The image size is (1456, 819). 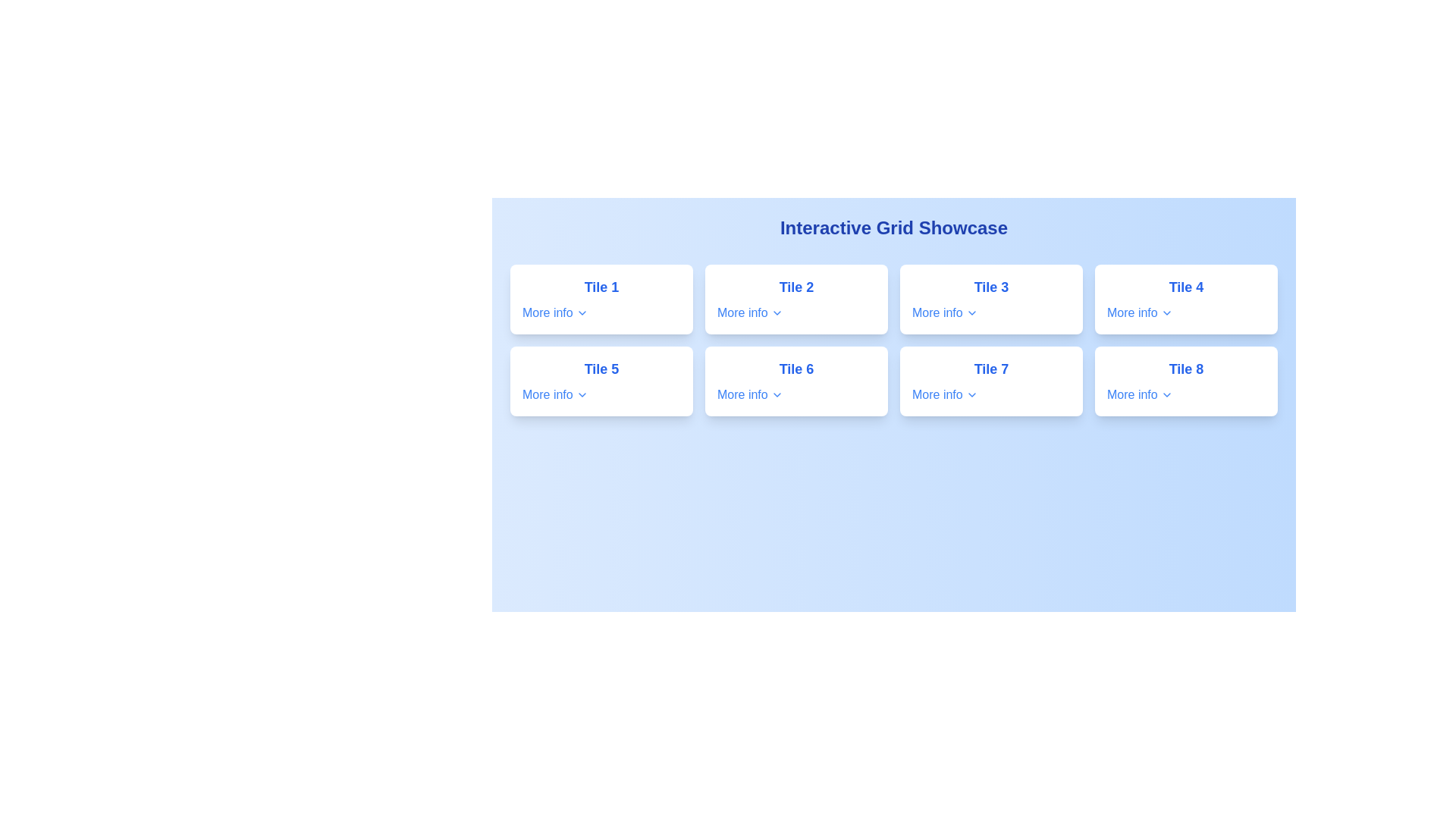 I want to click on the text label styled in bold blue font reading 'Tile 6', which is centrally located in the second row of a two-row grid layout, so click(x=795, y=369).